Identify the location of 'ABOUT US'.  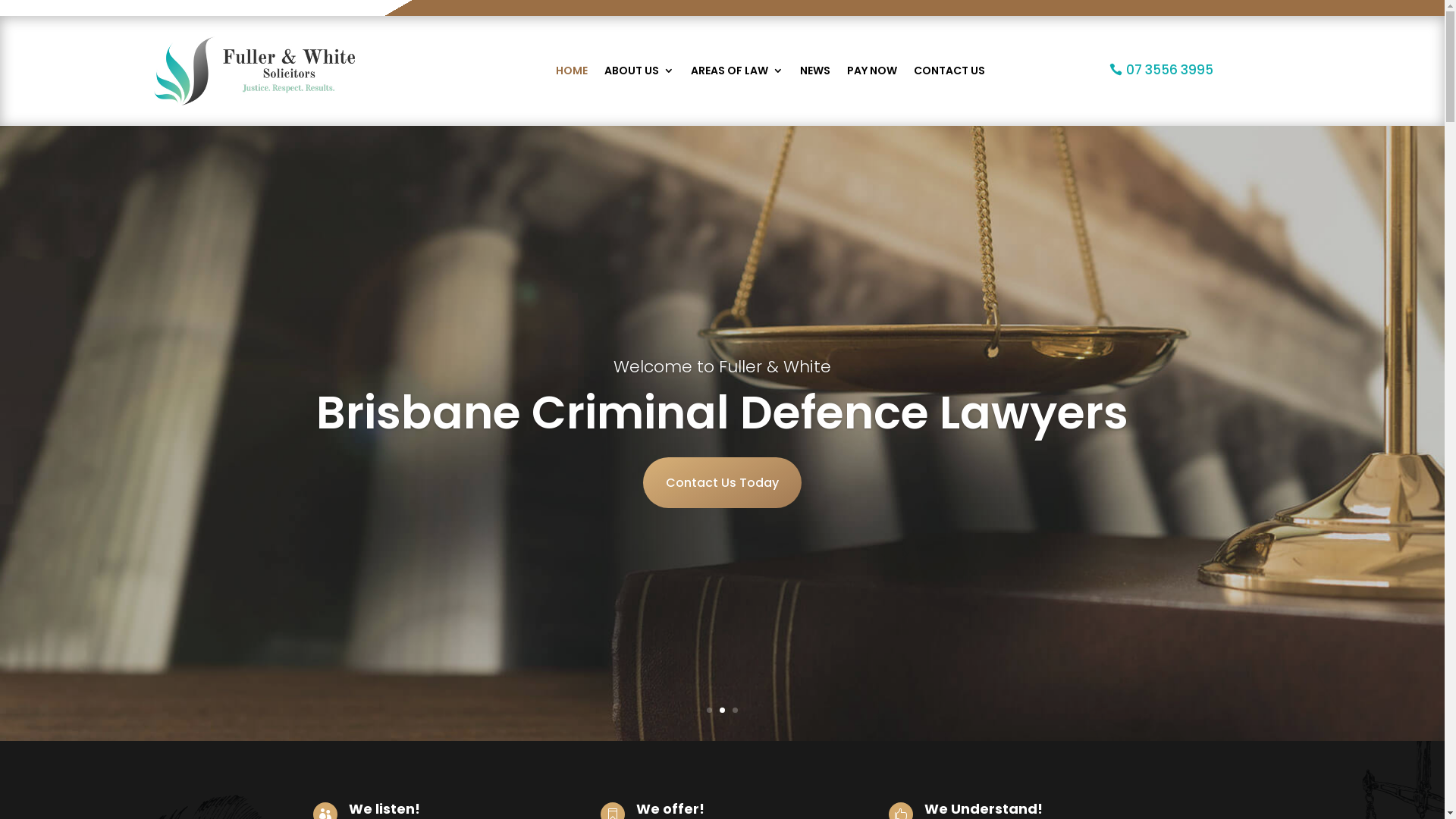
(638, 71).